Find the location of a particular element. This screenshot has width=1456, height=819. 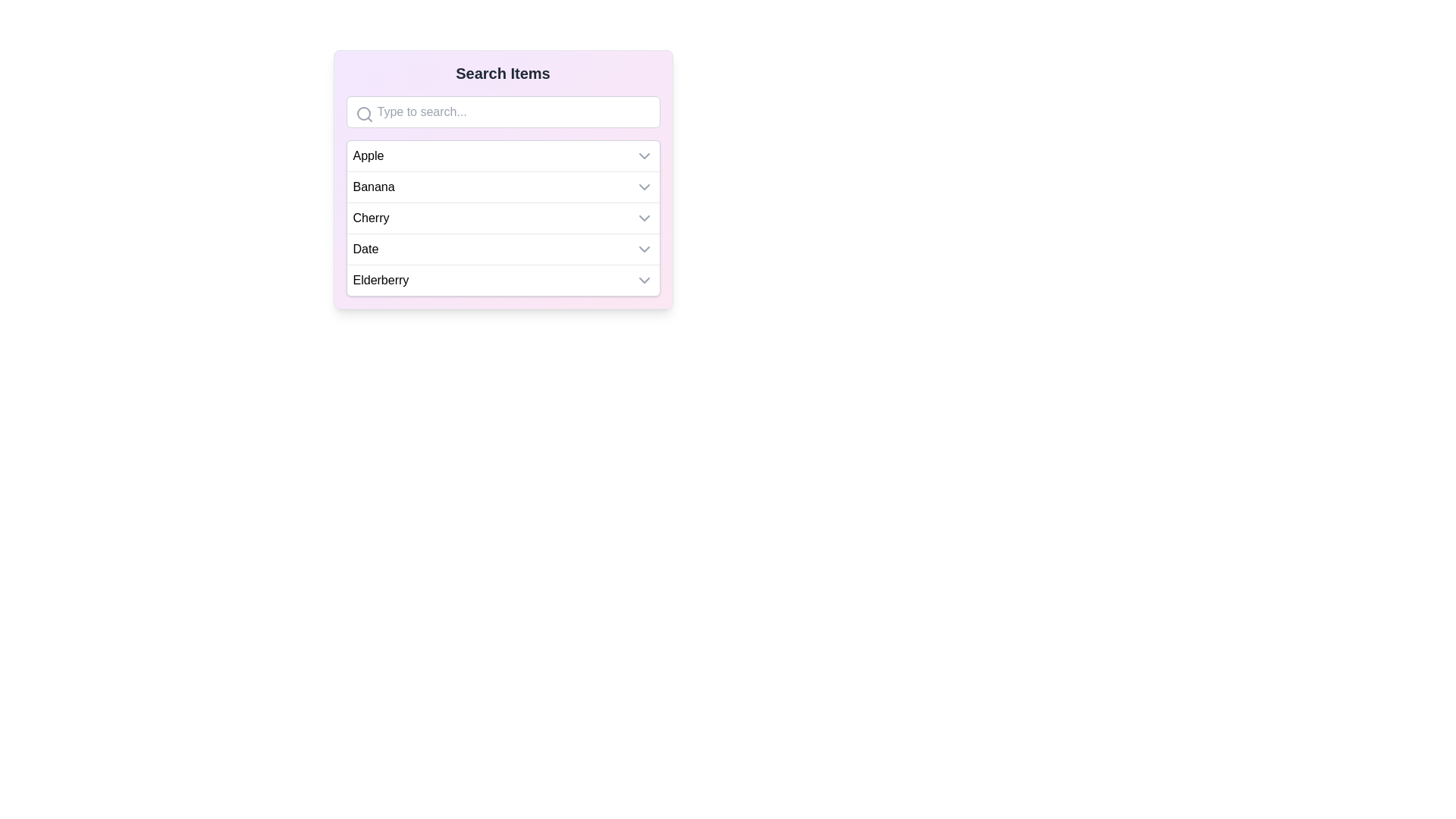

the magnifying glass icon representing the search functionality located at the leftmost part of the search bar is located at coordinates (364, 113).